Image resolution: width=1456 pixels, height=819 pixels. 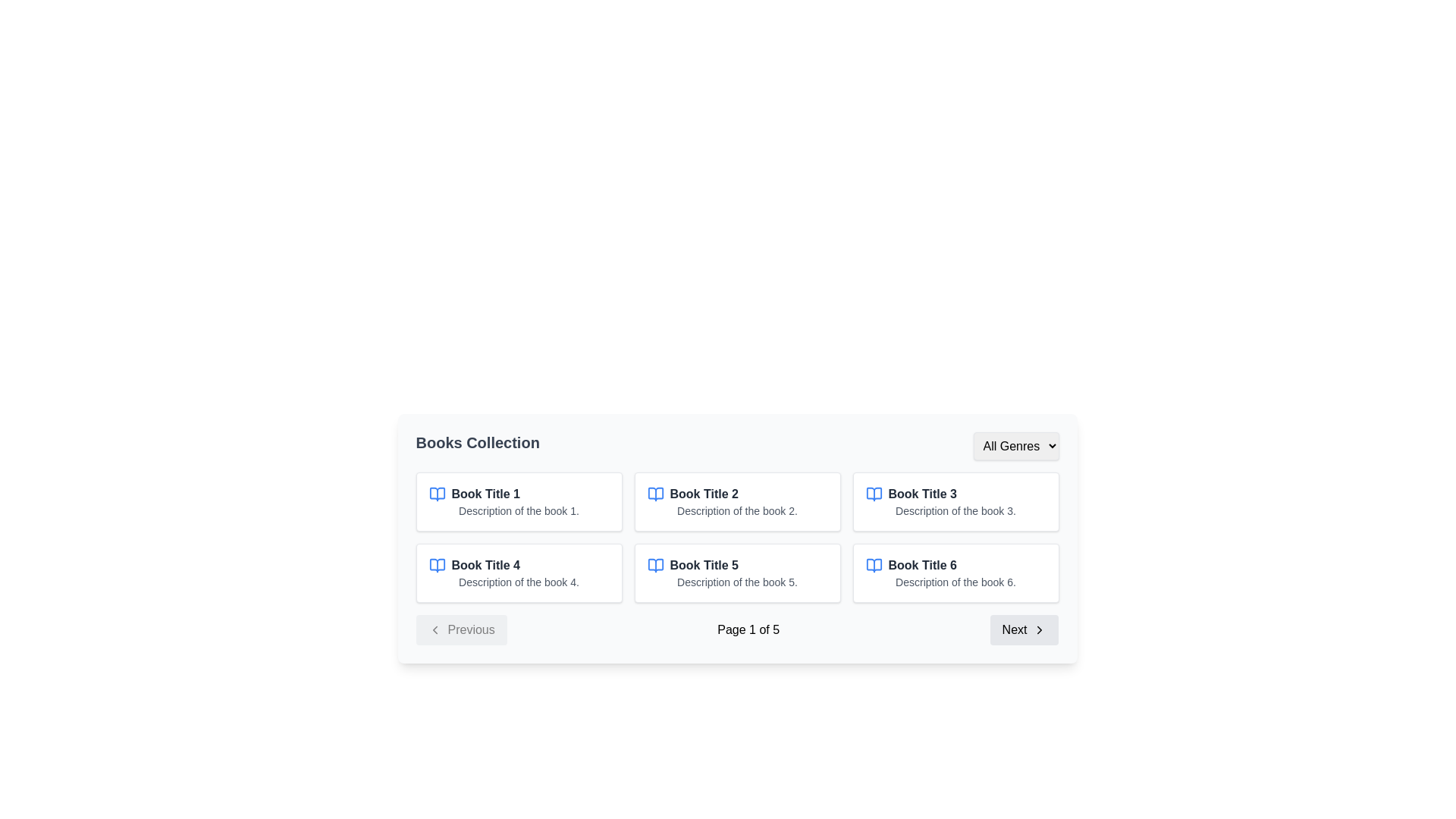 I want to click on the informational card representing 'Book Title 5', which is the fifth card in a 3x2 grid layout, located in the bottom row, second column, so click(x=737, y=573).